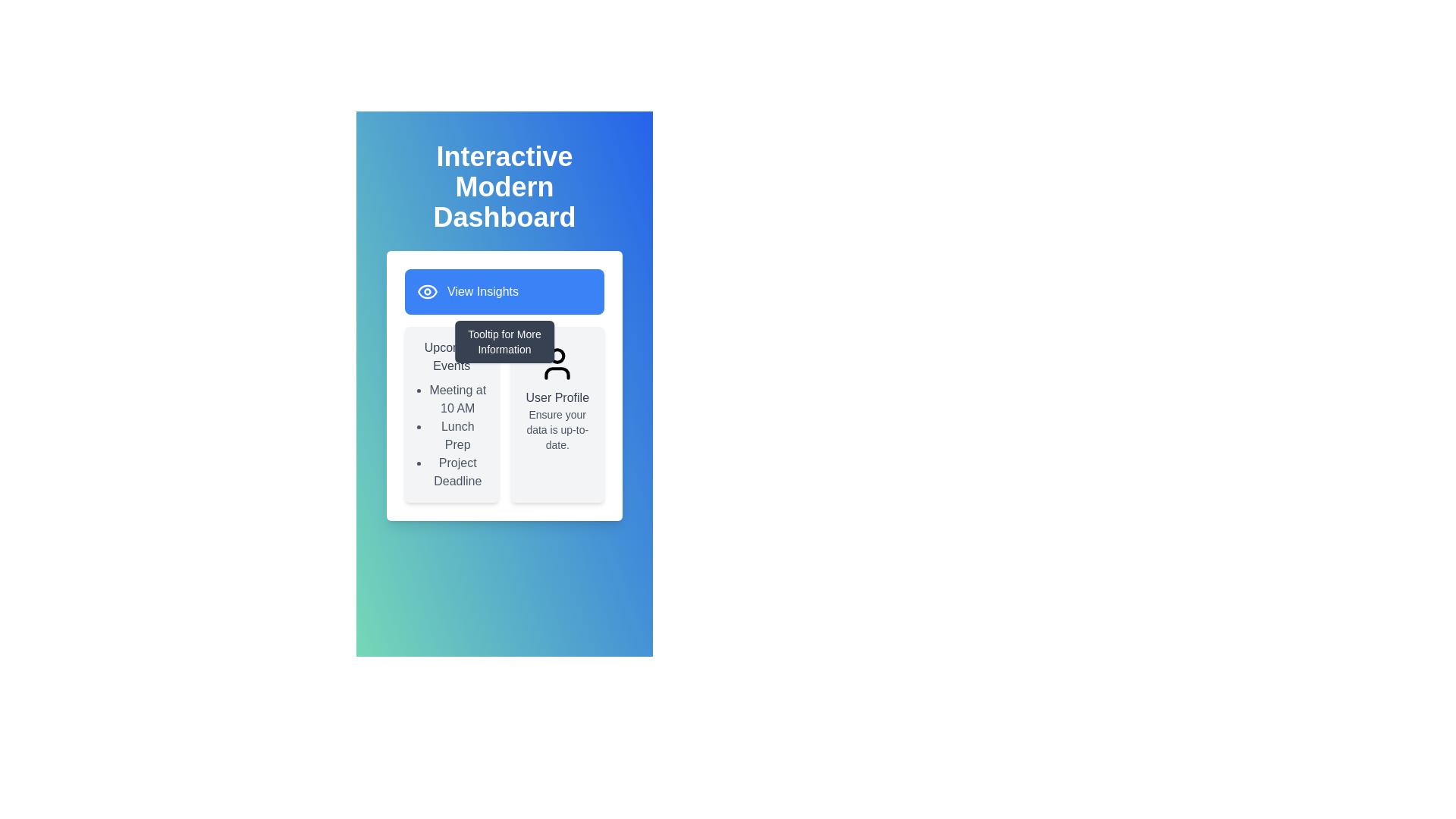  What do you see at coordinates (504, 342) in the screenshot?
I see `the Tooltip that provides additional descriptive information about the 'View Insights' button, even though it is not interactive` at bounding box center [504, 342].